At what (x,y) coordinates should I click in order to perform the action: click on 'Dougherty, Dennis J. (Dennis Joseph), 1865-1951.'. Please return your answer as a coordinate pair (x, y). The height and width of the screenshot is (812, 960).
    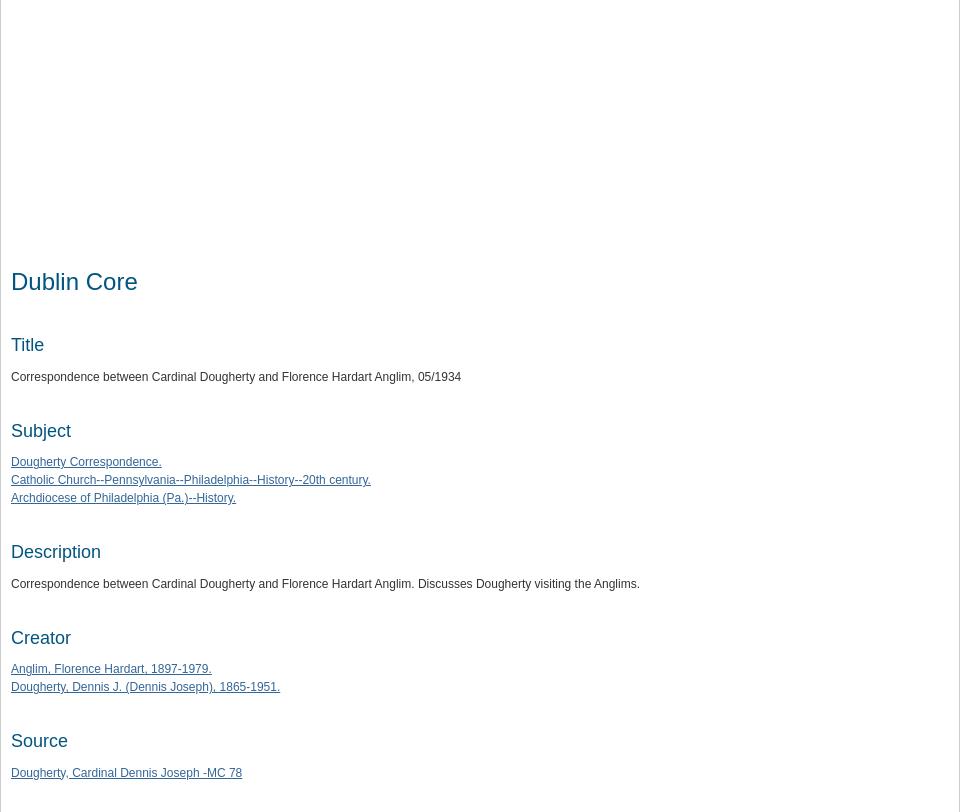
    Looking at the image, I should click on (144, 687).